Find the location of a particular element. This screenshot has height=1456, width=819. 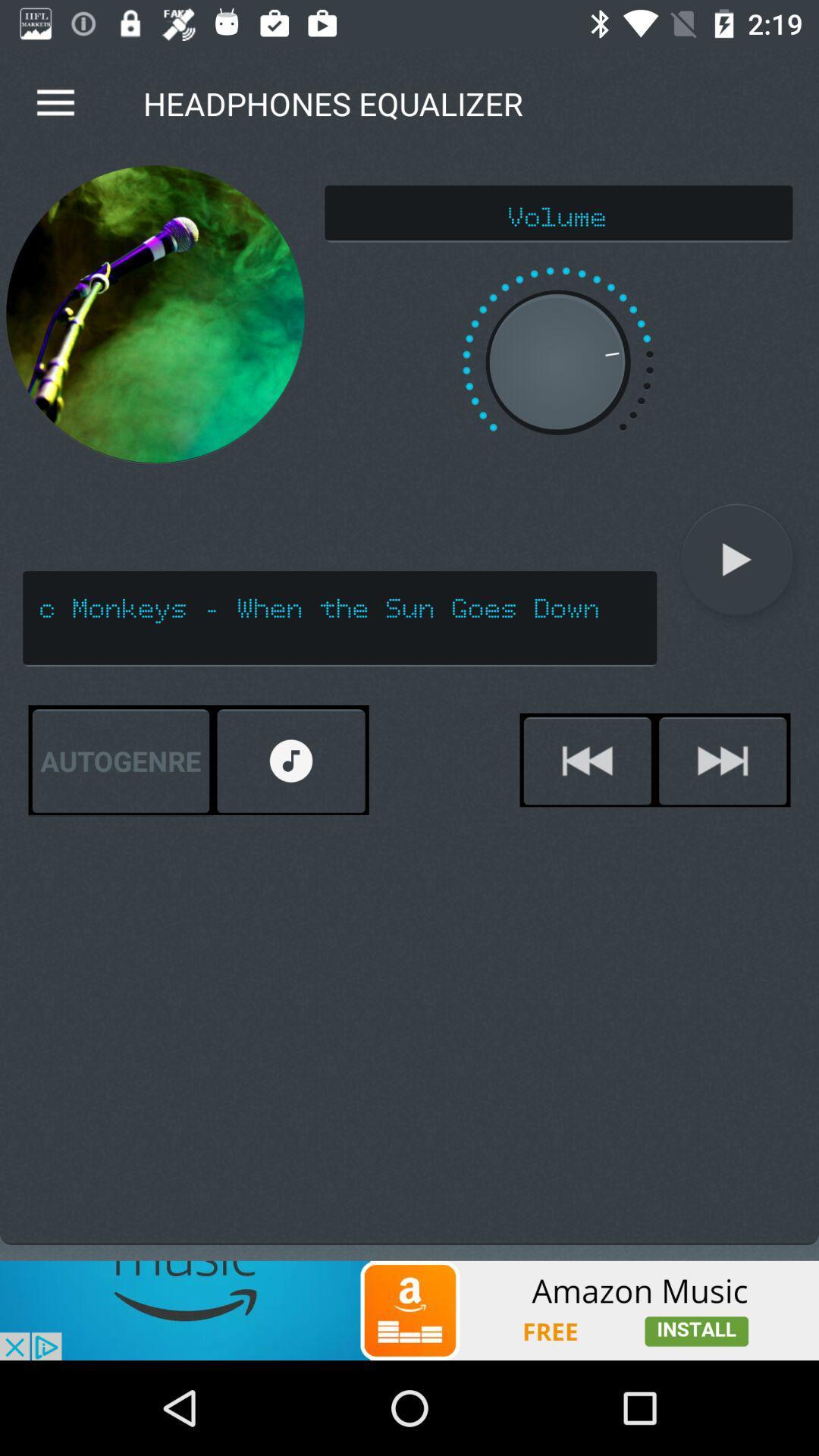

the play icon is located at coordinates (736, 559).